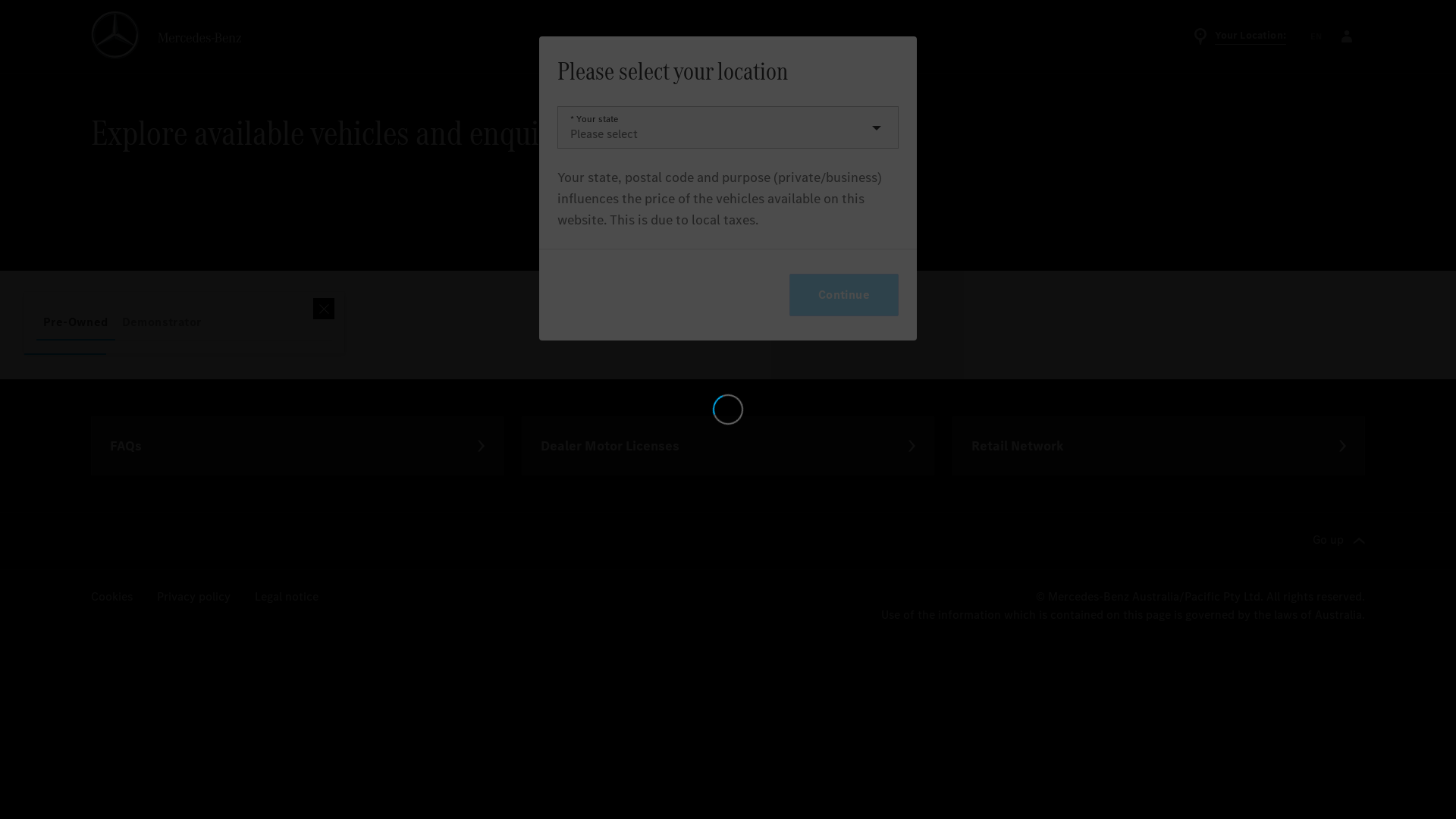  I want to click on 'EN', so click(1306, 35).